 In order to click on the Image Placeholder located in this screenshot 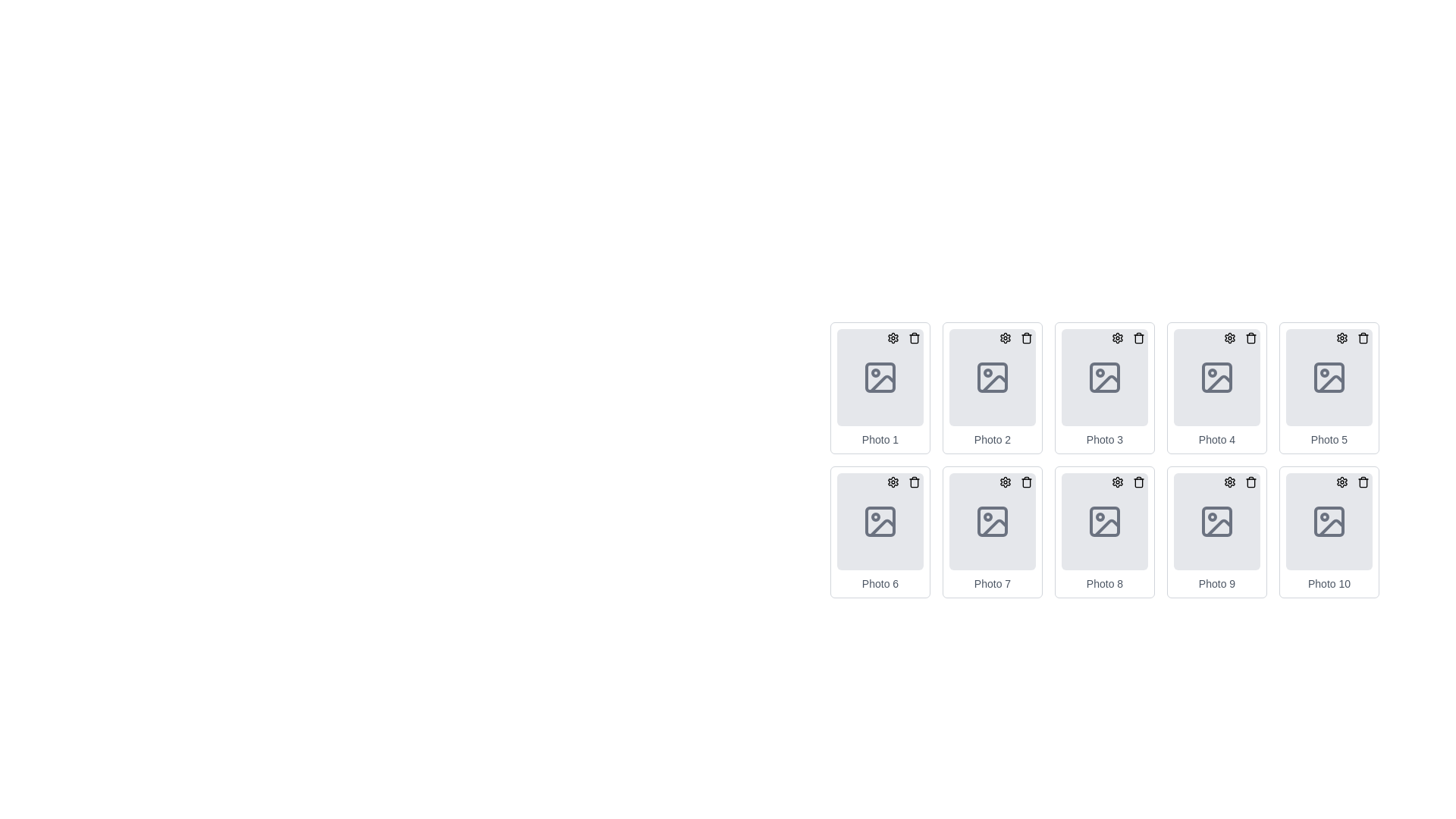, I will do `click(1216, 520)`.